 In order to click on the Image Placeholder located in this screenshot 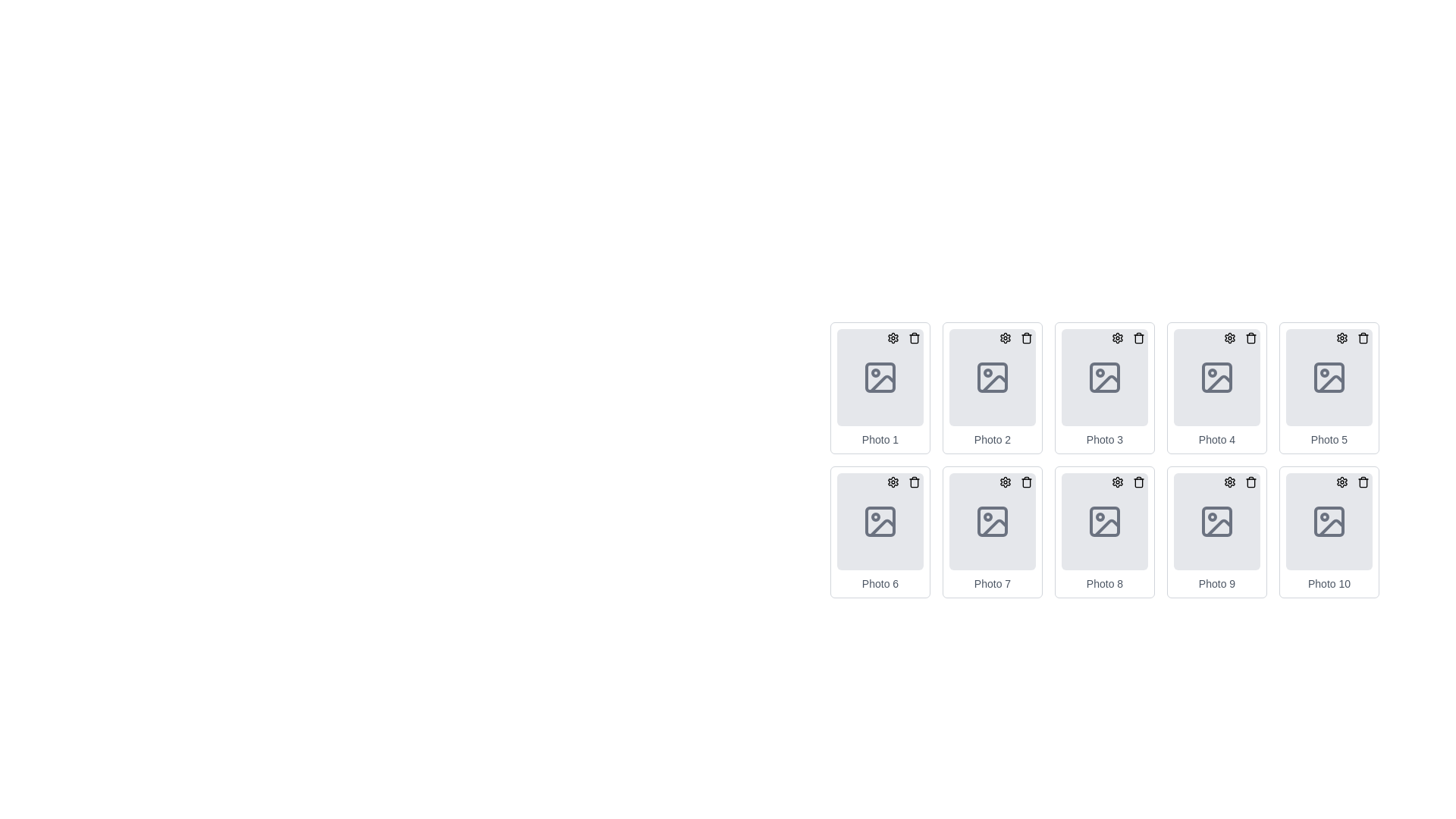, I will do `click(1216, 520)`.